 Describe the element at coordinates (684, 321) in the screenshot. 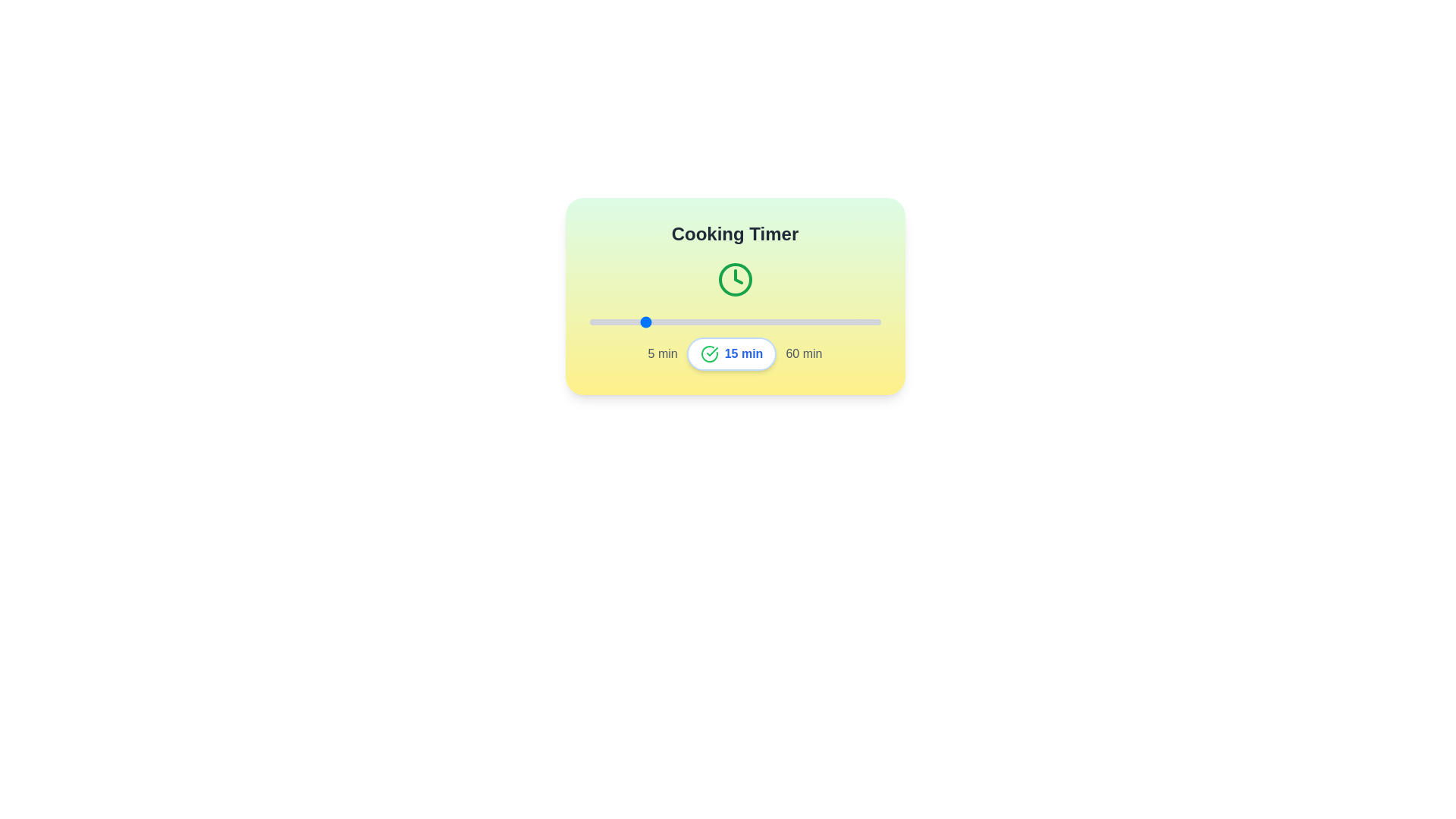

I see `cooking timer` at that location.